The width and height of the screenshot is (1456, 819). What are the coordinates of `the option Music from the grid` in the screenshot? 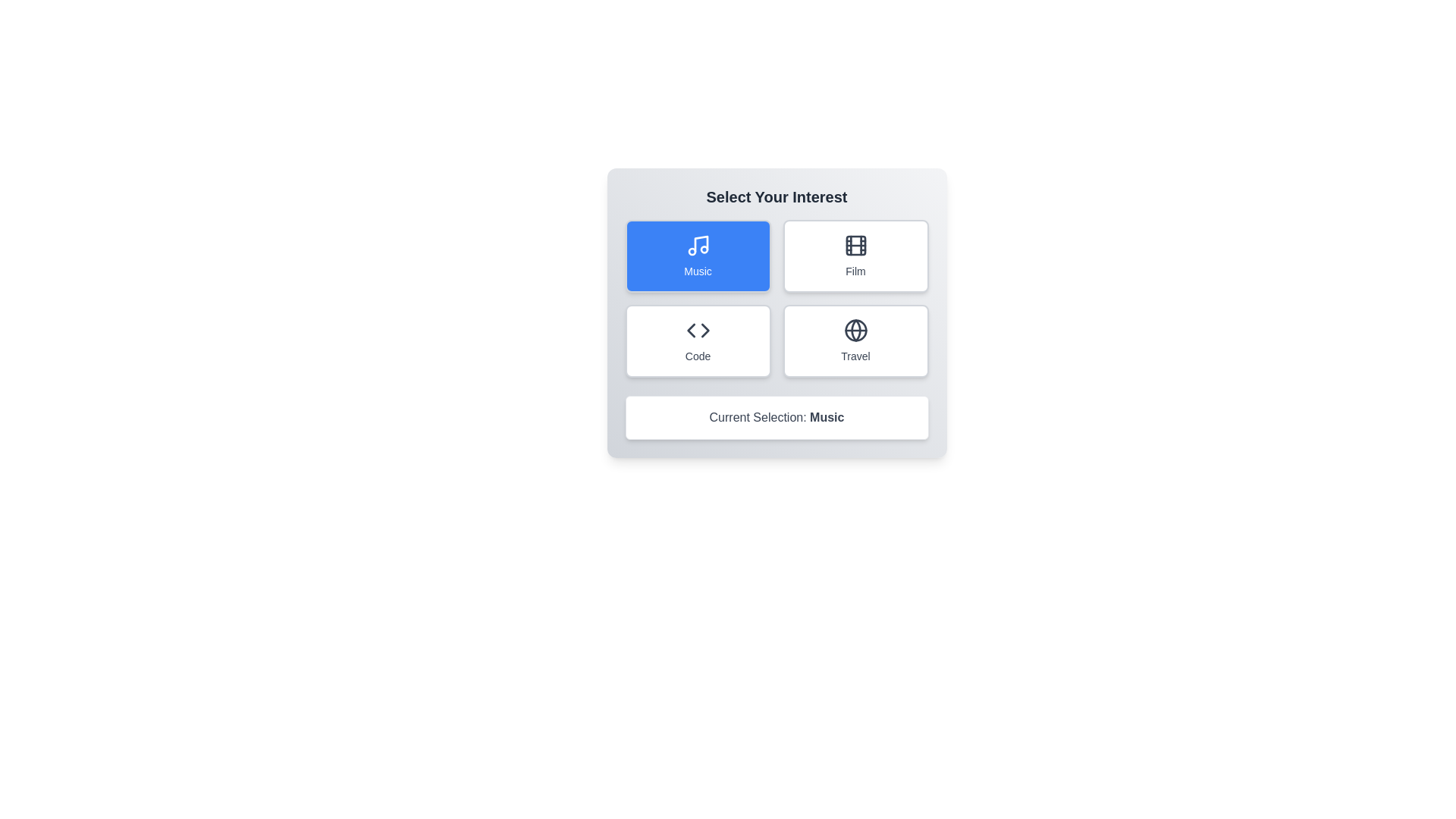 It's located at (697, 256).